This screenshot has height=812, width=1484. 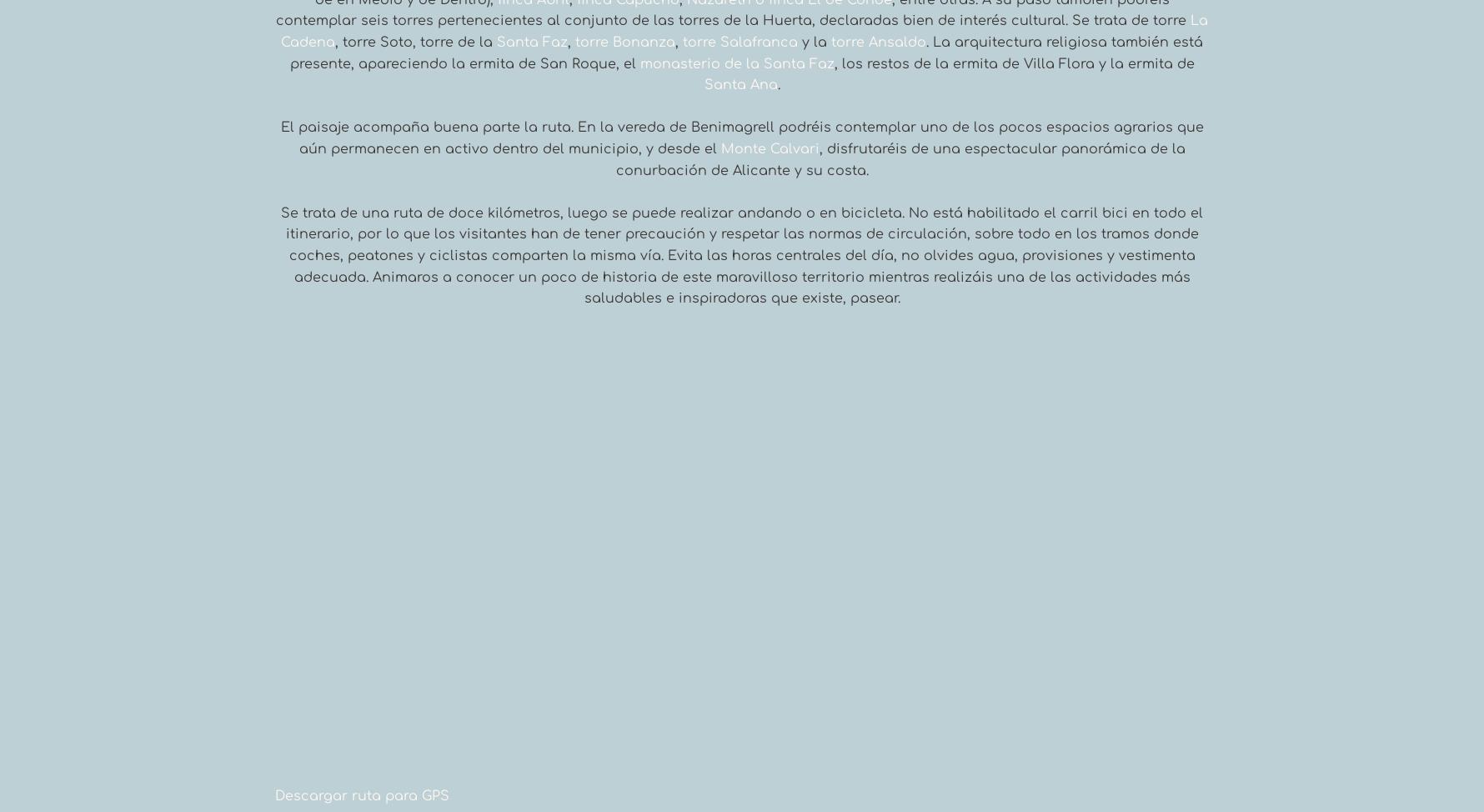 What do you see at coordinates (814, 43) in the screenshot?
I see `'y la'` at bounding box center [814, 43].